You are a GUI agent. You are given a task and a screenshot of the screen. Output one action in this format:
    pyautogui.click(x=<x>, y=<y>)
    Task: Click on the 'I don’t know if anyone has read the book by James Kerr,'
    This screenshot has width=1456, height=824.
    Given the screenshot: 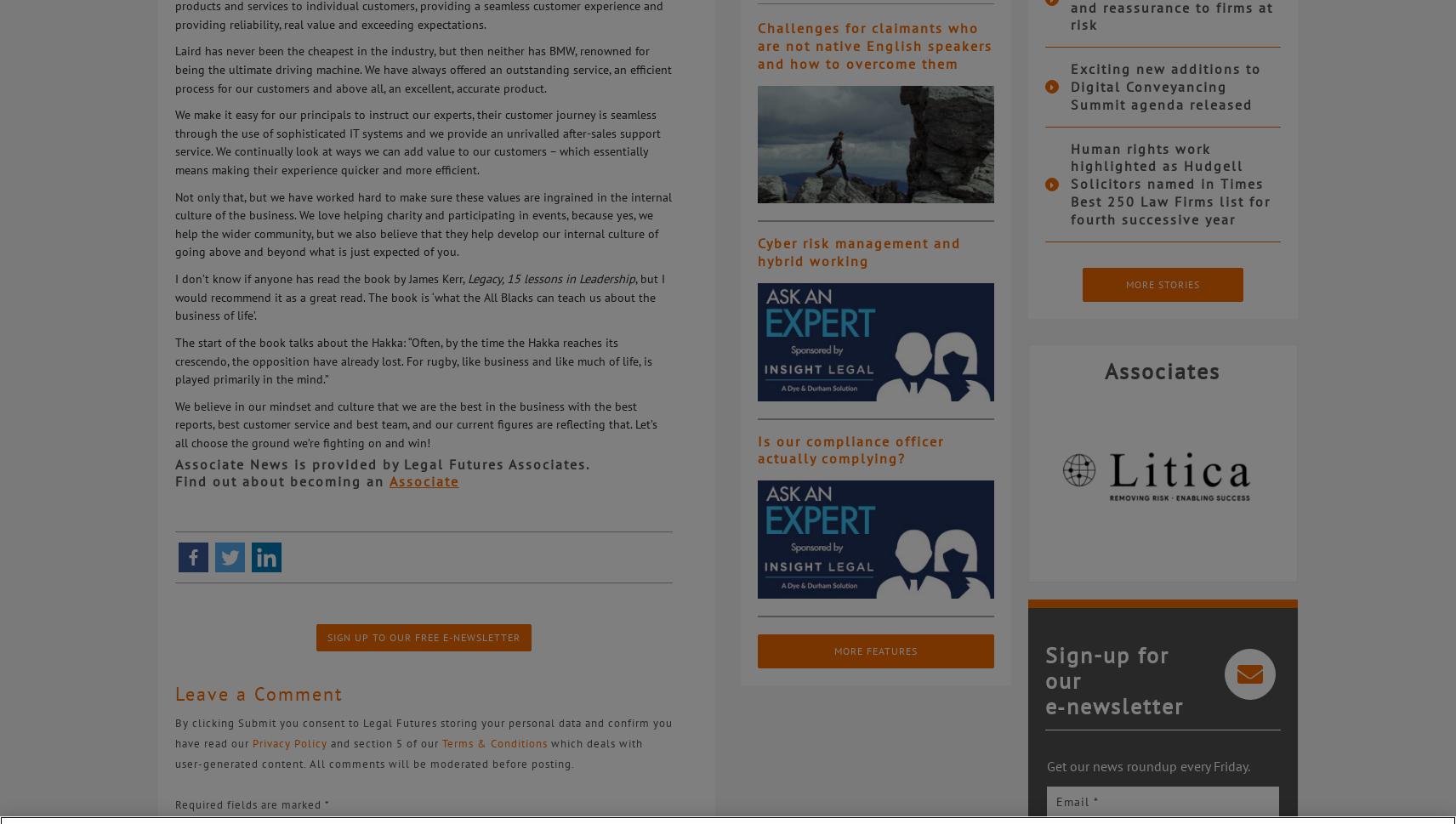 What is the action you would take?
    pyautogui.click(x=321, y=277)
    